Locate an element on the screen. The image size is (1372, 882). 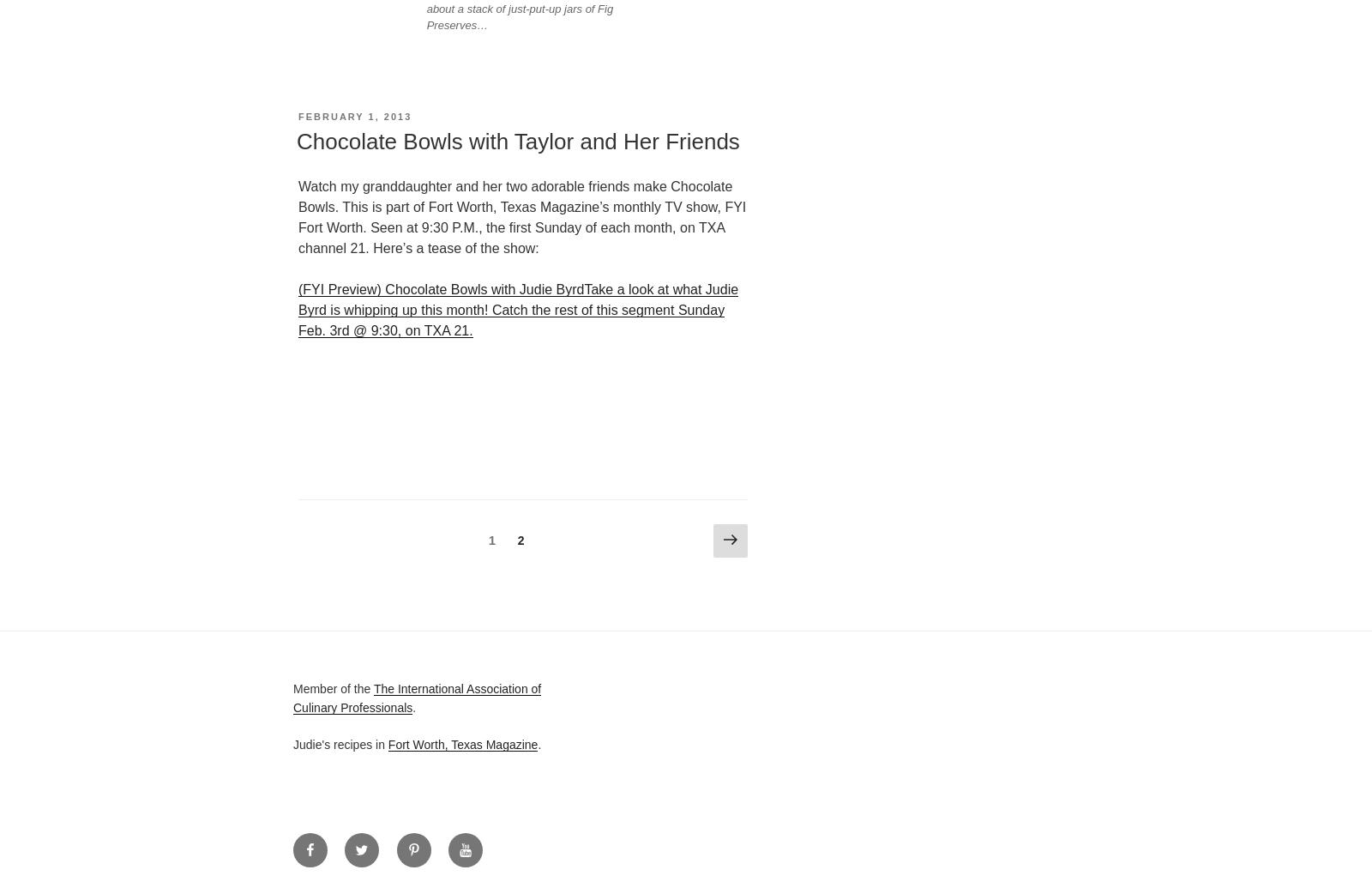
'February 1, 2013' is located at coordinates (353, 115).